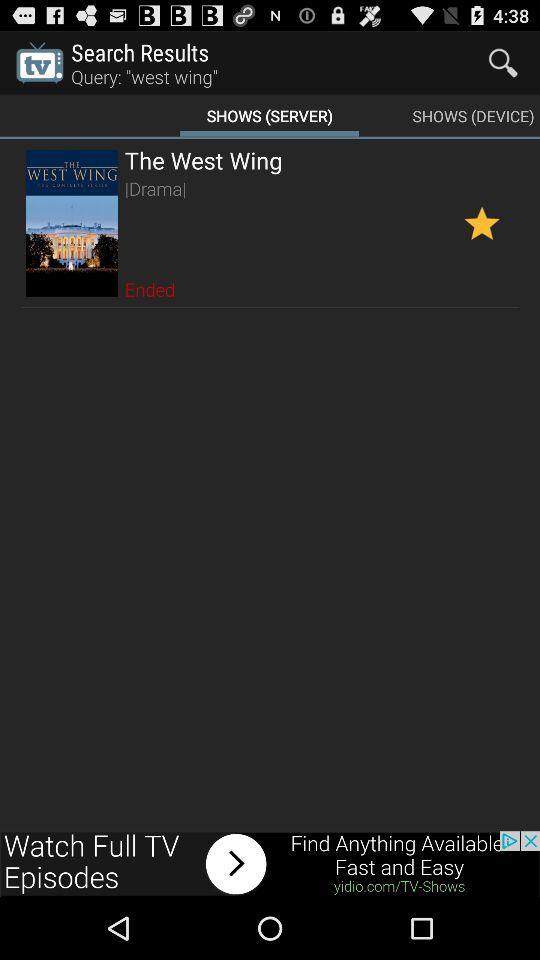  What do you see at coordinates (270, 863) in the screenshot?
I see `open advertisement` at bounding box center [270, 863].